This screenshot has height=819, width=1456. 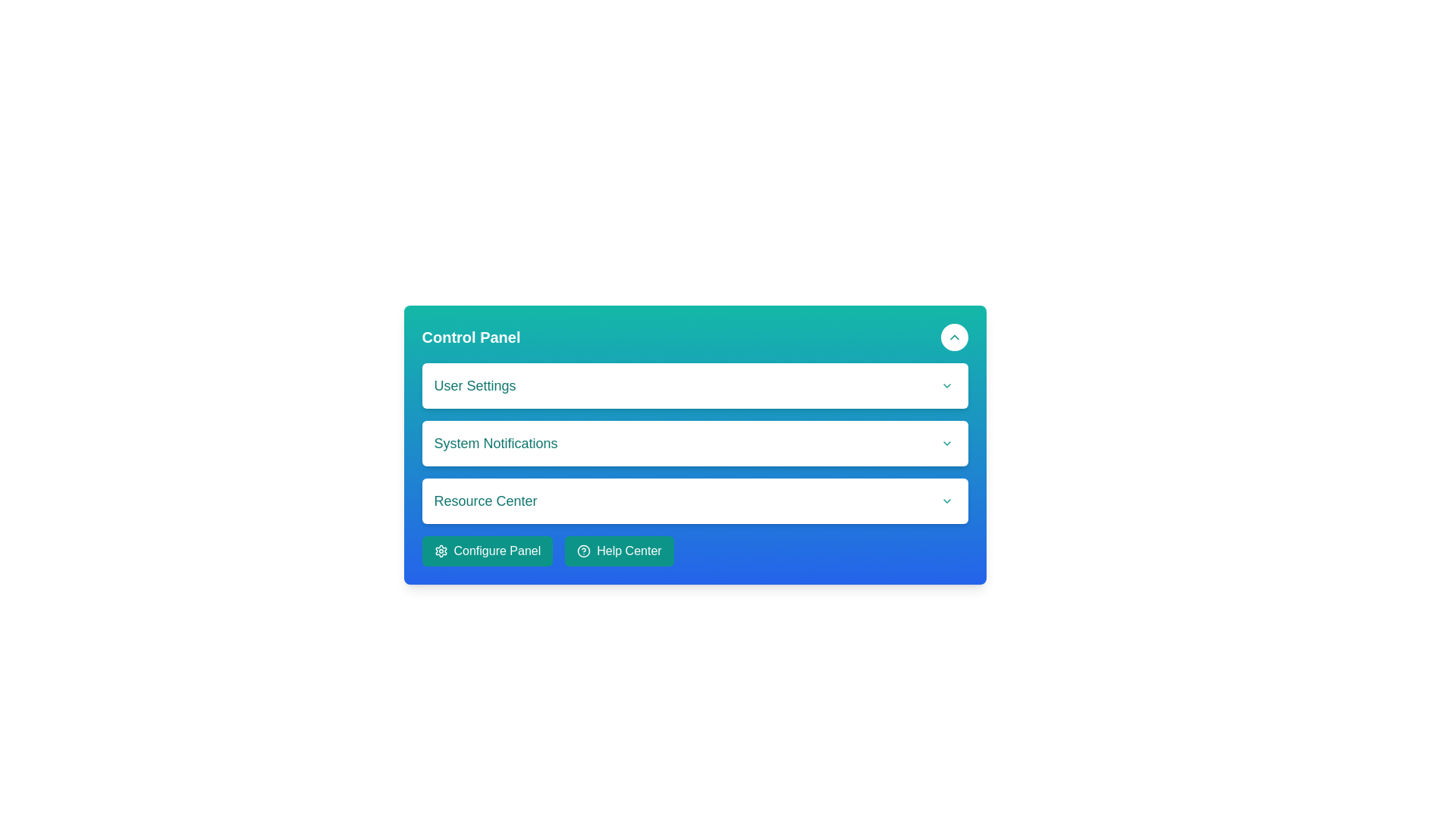 What do you see at coordinates (474, 385) in the screenshot?
I see `the 'User Settings' text label, which is displayed in teal-green color and is the first item in the options list of the 'Control Panel' UI component` at bounding box center [474, 385].